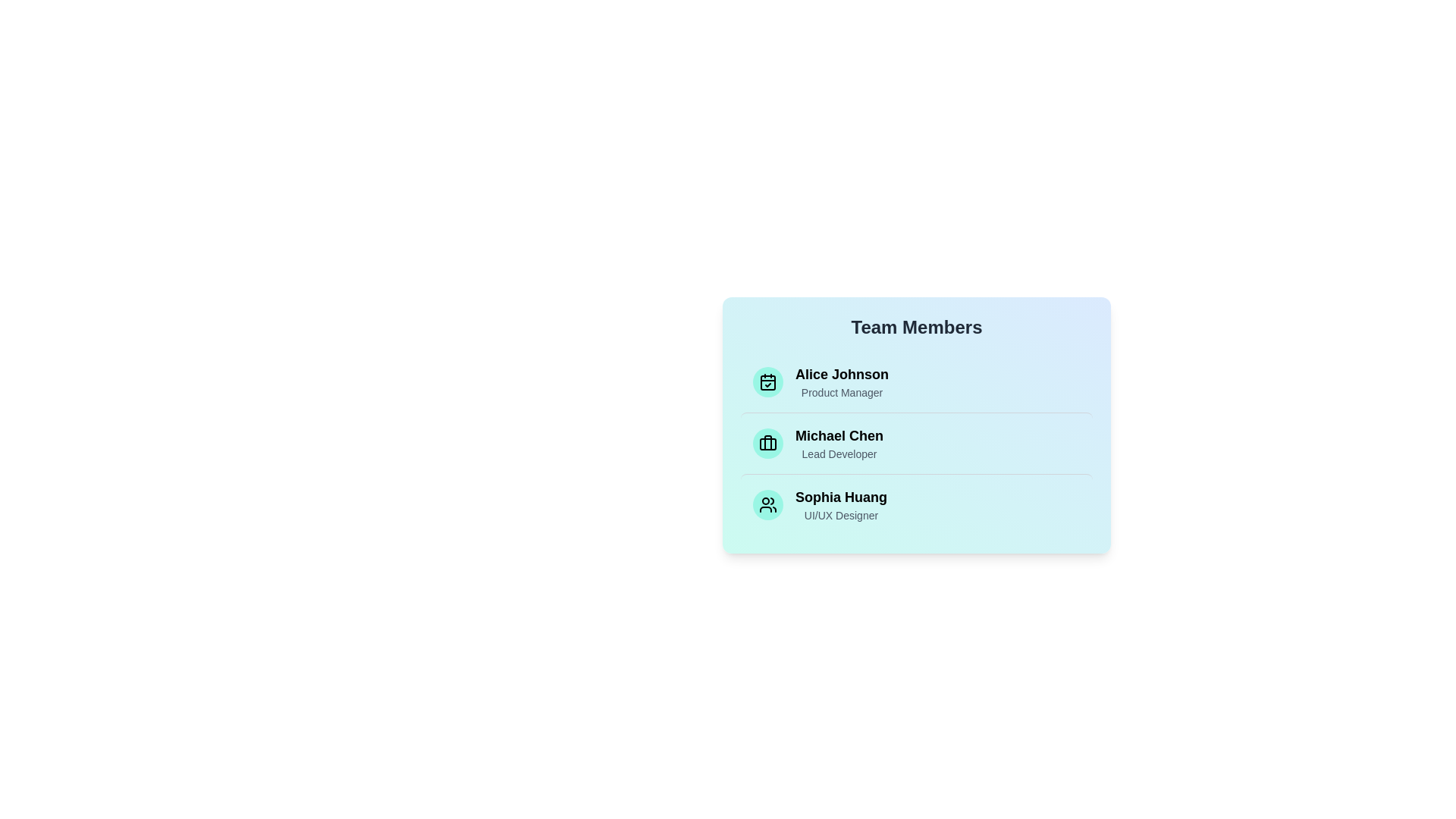 The width and height of the screenshot is (1456, 819). What do you see at coordinates (767, 444) in the screenshot?
I see `the icon associated with Michael Chen` at bounding box center [767, 444].